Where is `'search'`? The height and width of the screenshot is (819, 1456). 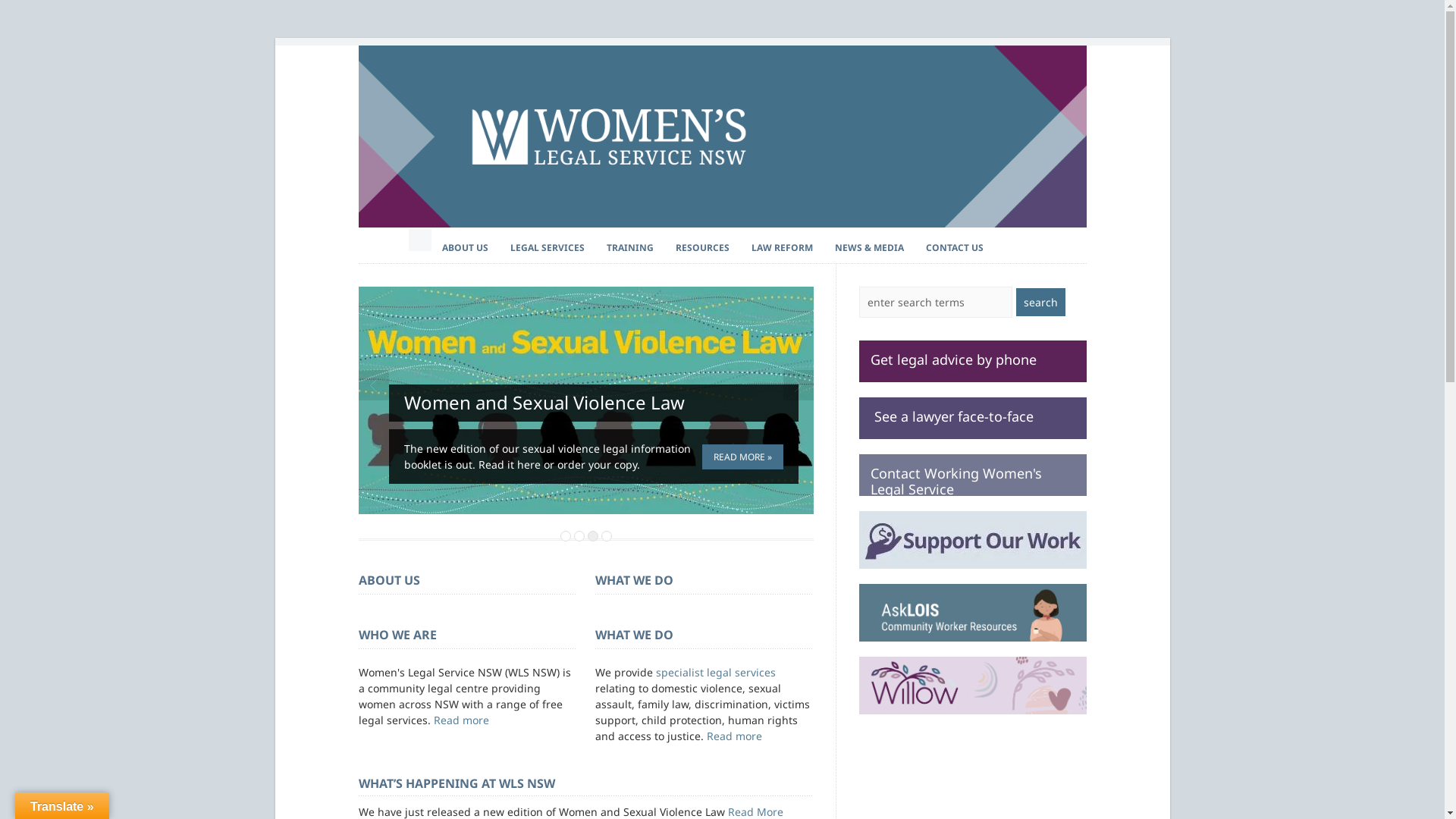
'search' is located at coordinates (1040, 302).